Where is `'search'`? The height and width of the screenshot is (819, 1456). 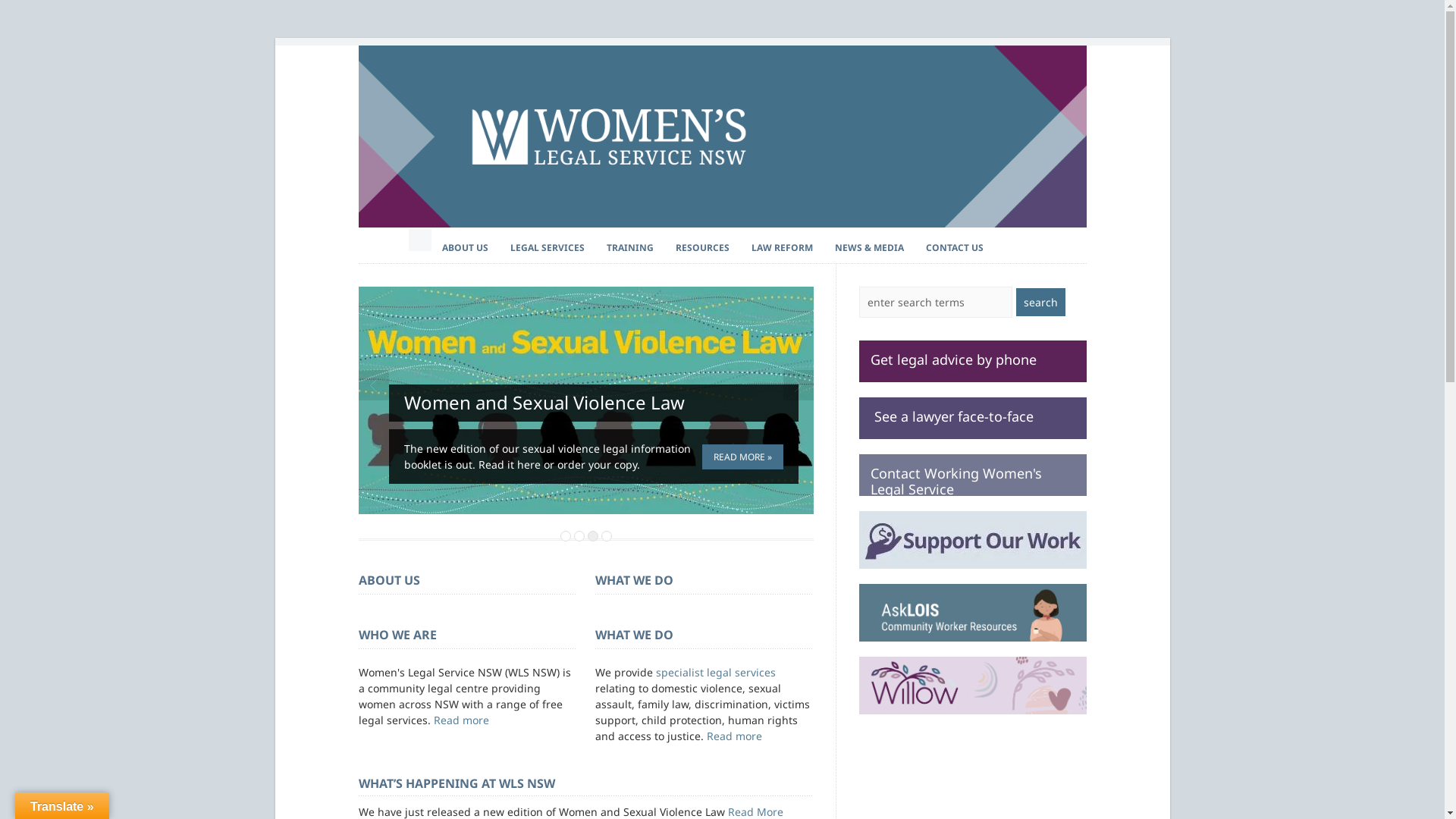
'search' is located at coordinates (1040, 302).